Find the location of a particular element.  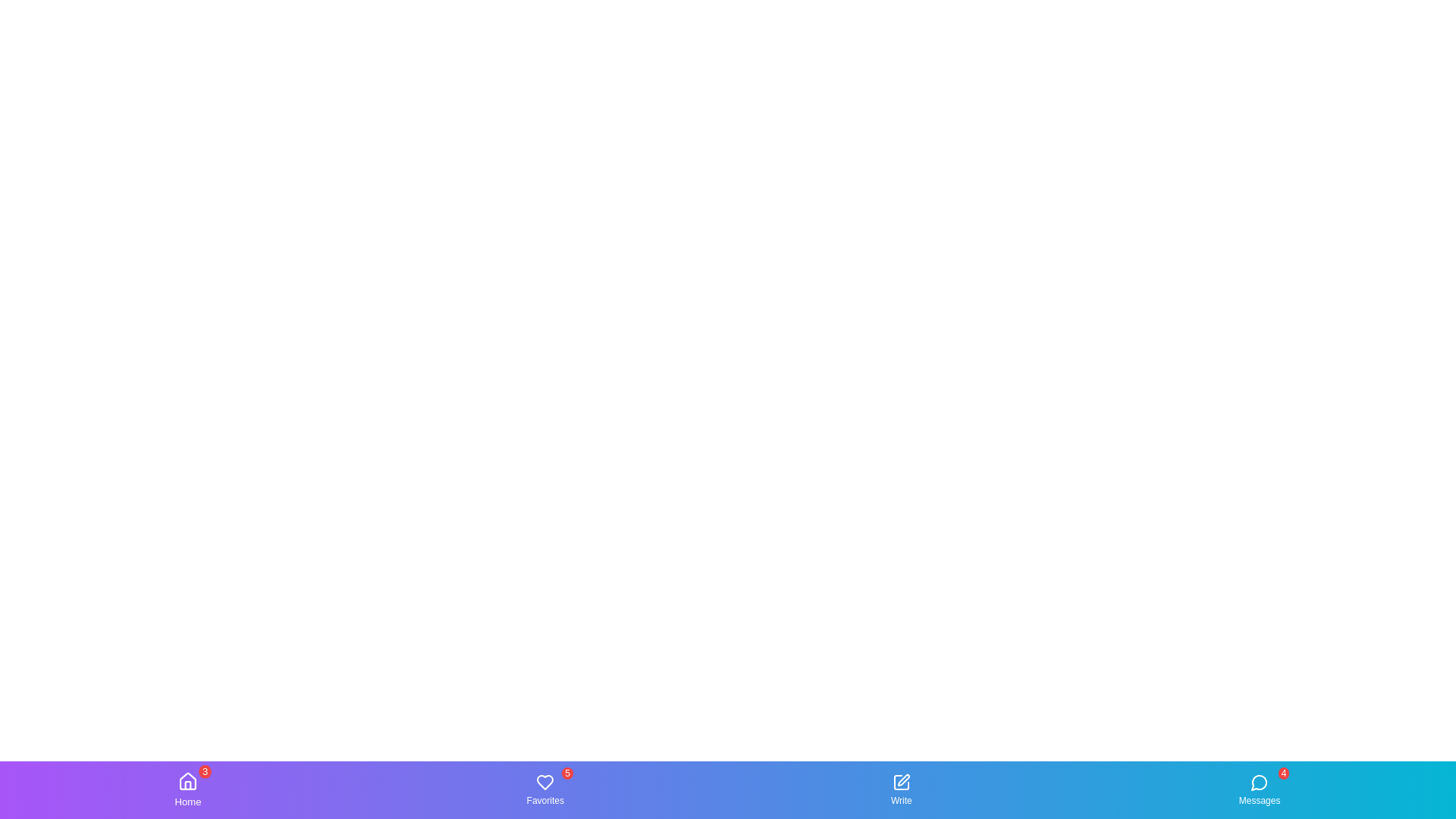

the Messages tab by clicking on its icon or label is located at coordinates (1260, 789).